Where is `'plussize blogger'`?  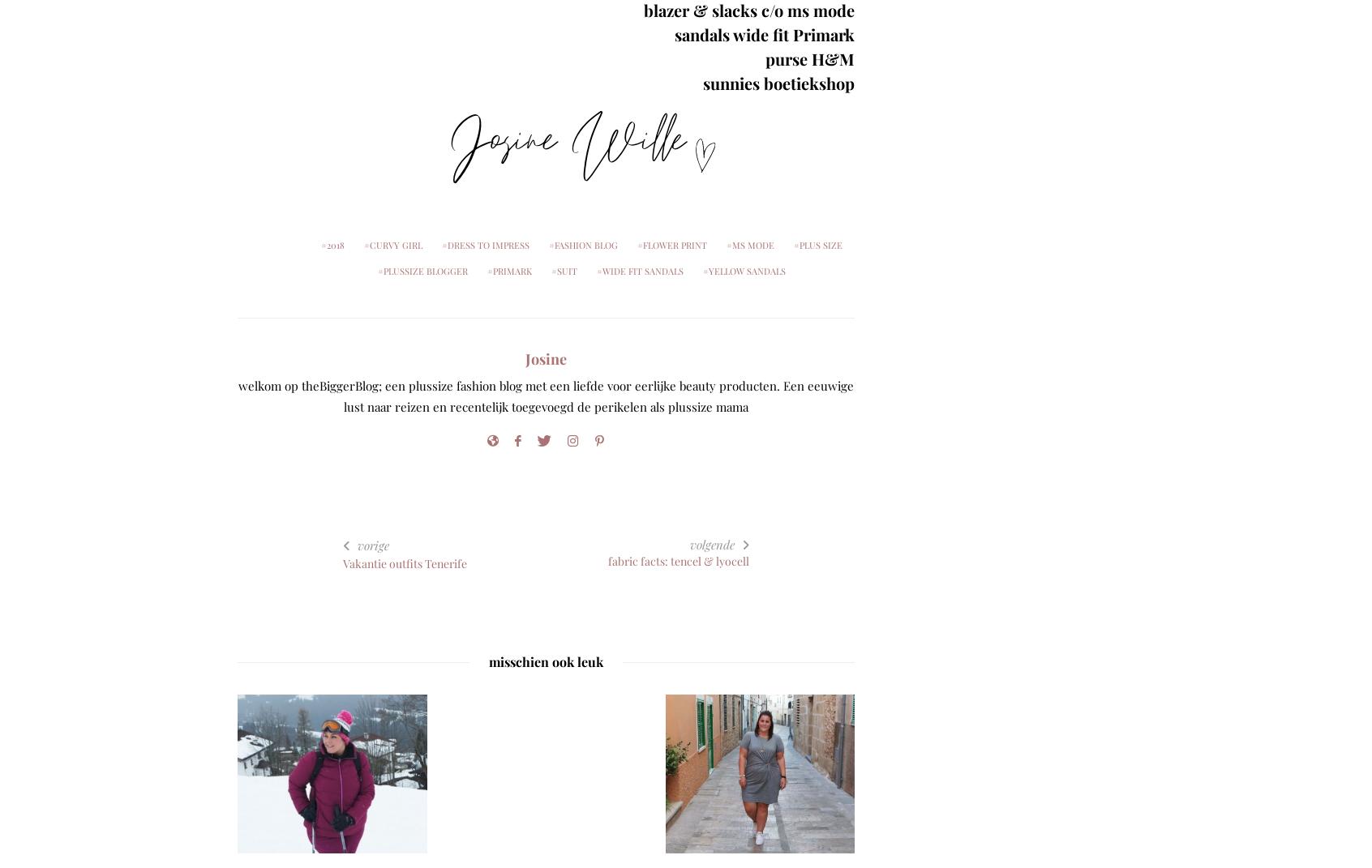 'plussize blogger' is located at coordinates (425, 270).